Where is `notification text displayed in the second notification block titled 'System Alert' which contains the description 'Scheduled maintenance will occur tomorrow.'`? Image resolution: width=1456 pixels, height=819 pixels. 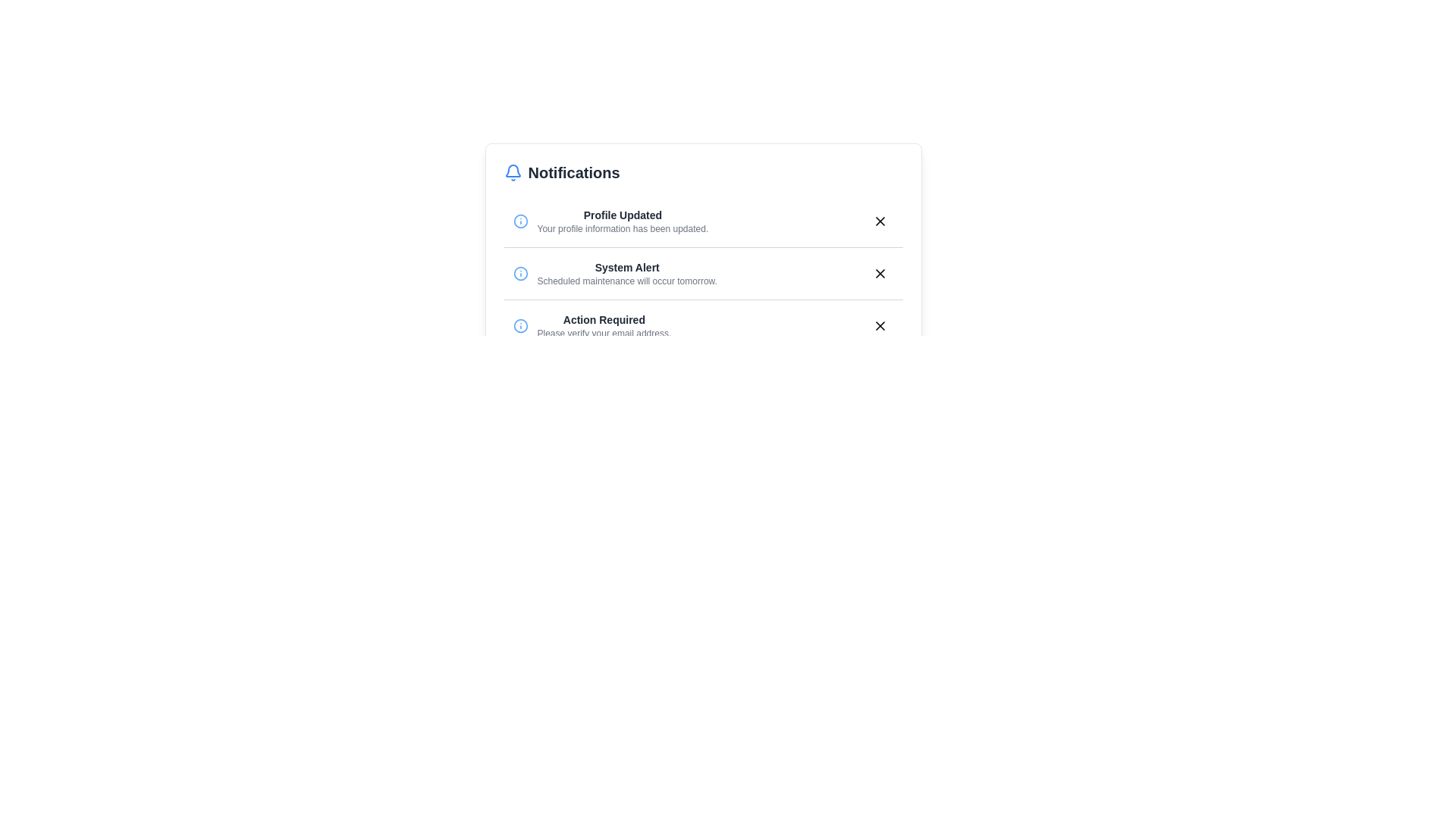
notification text displayed in the second notification block titled 'System Alert' which contains the description 'Scheduled maintenance will occur tomorrow.' is located at coordinates (615, 274).